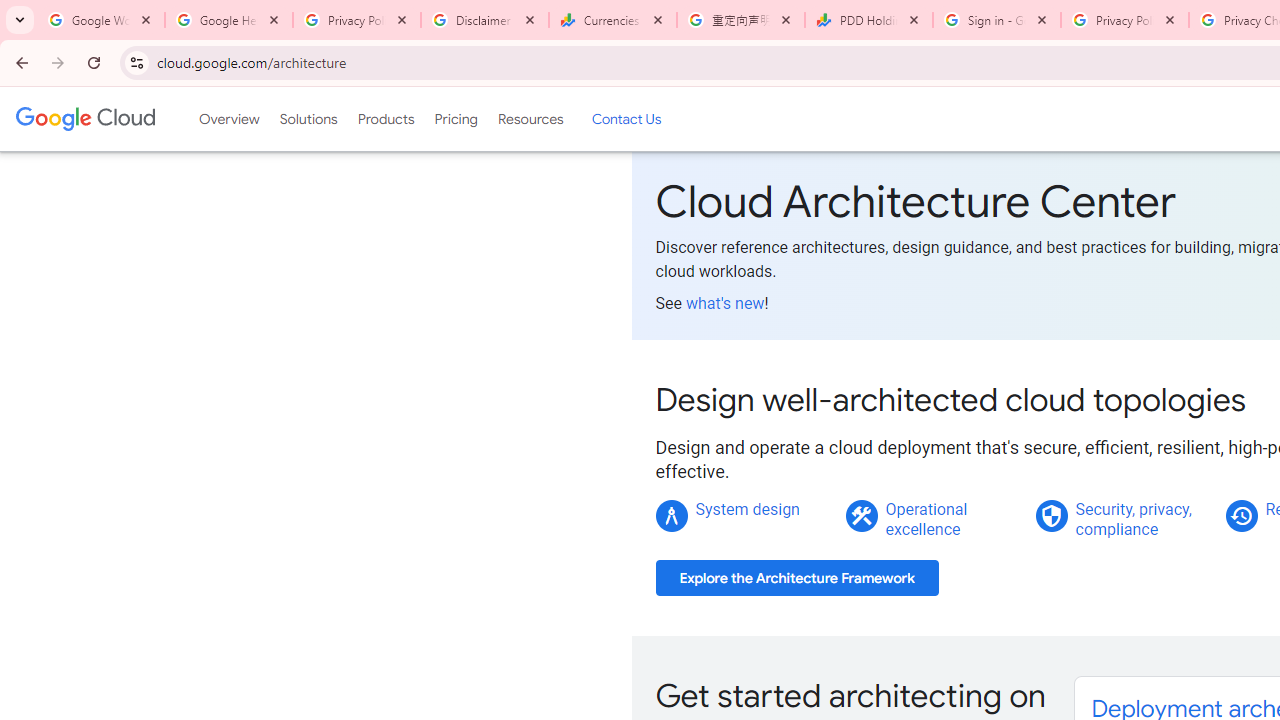  I want to click on 'Google Cloud', so click(84, 119).